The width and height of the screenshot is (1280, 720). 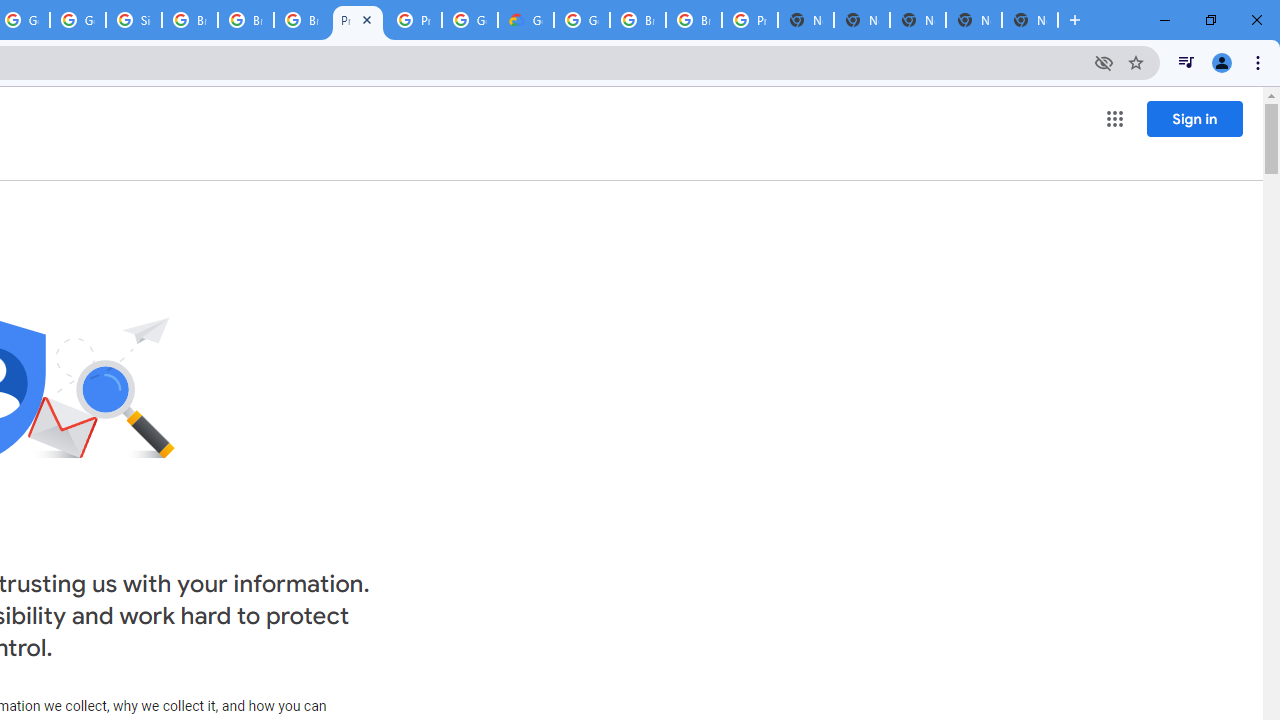 I want to click on 'Browse Chrome as a guest - Computer - Google Chrome Help', so click(x=301, y=20).